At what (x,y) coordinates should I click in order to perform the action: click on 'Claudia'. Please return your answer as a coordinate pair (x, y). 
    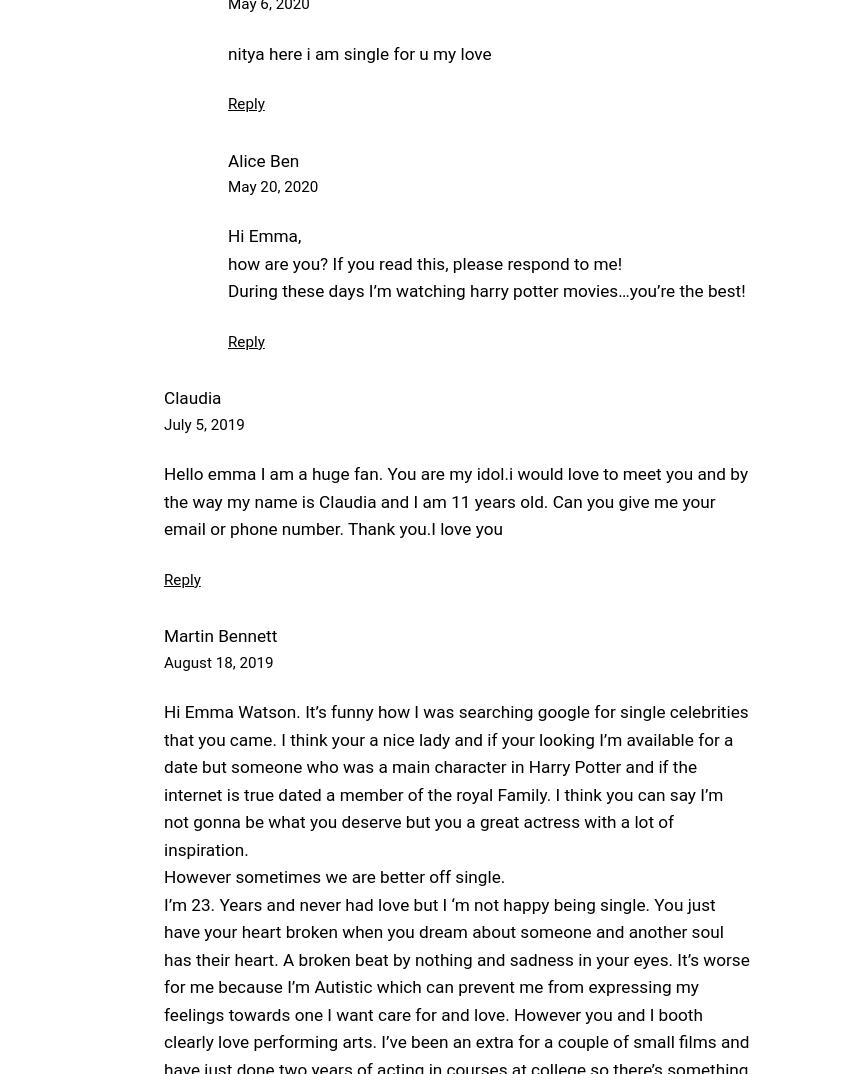
    Looking at the image, I should click on (191, 398).